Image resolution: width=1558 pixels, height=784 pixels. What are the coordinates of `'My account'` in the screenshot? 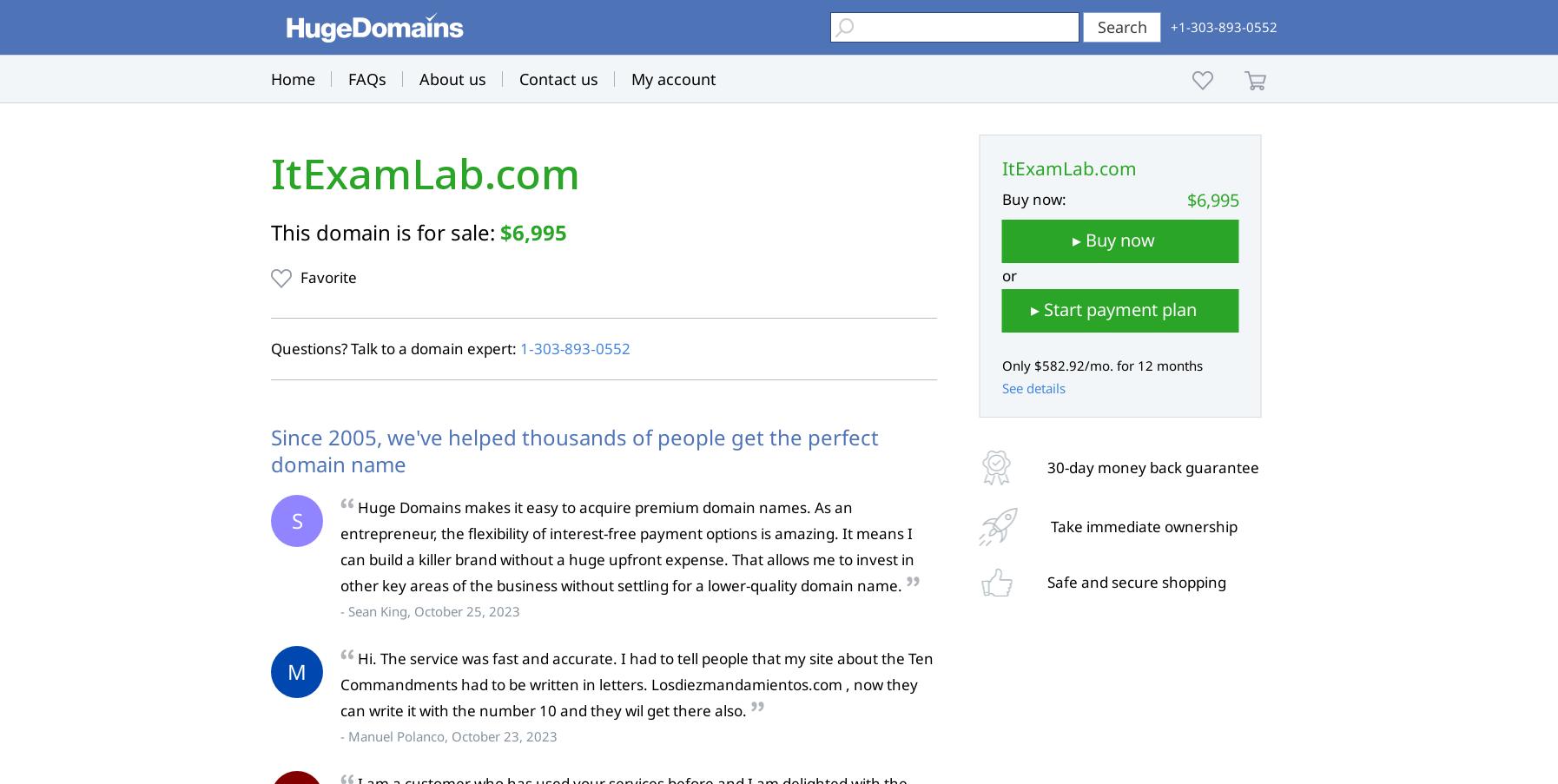 It's located at (674, 79).